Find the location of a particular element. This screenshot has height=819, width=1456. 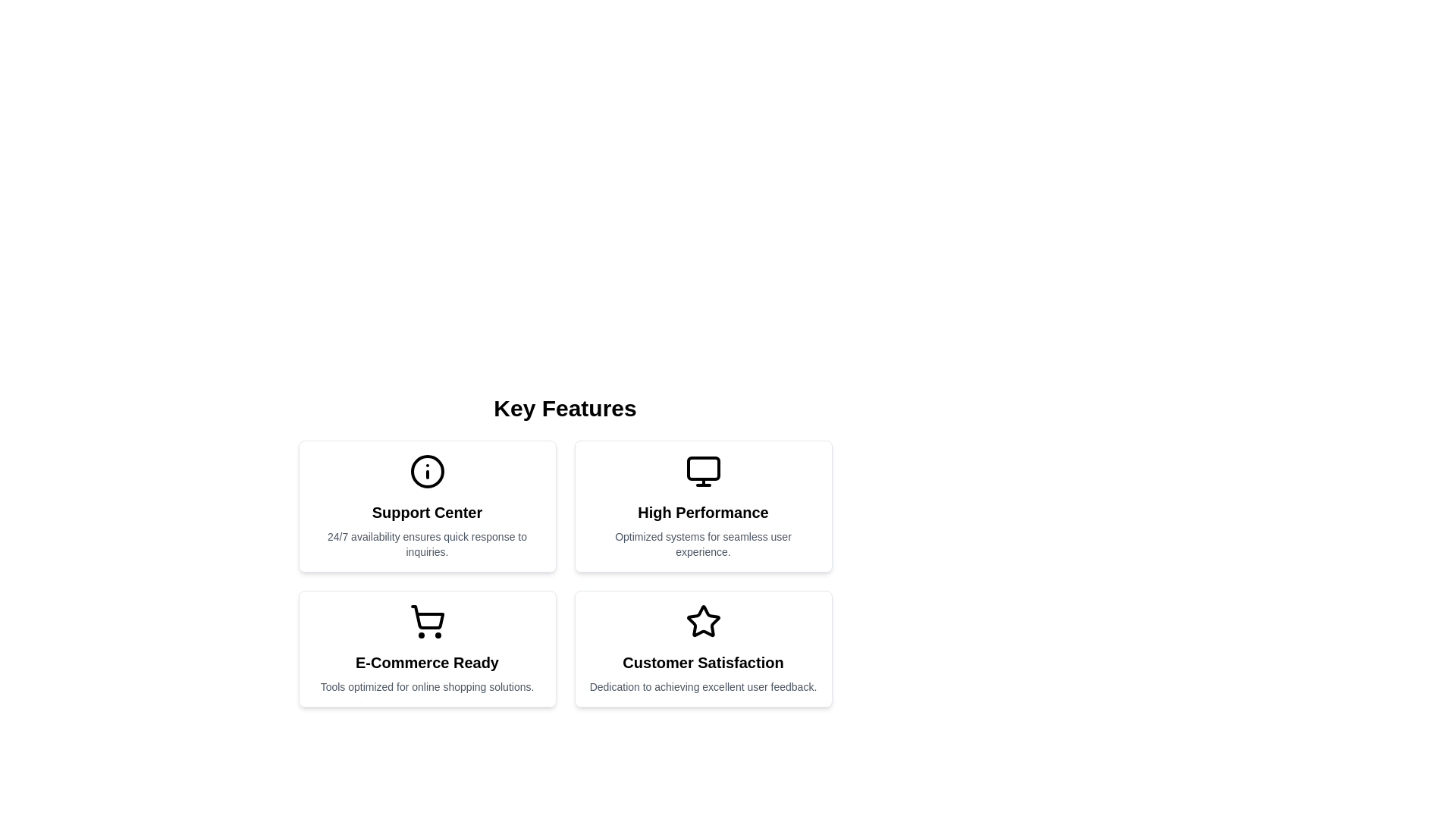

text displayed in the text area below the 'Support Center' title, which states '24/7 availability ensures quick response to inquiries.' is located at coordinates (426, 543).